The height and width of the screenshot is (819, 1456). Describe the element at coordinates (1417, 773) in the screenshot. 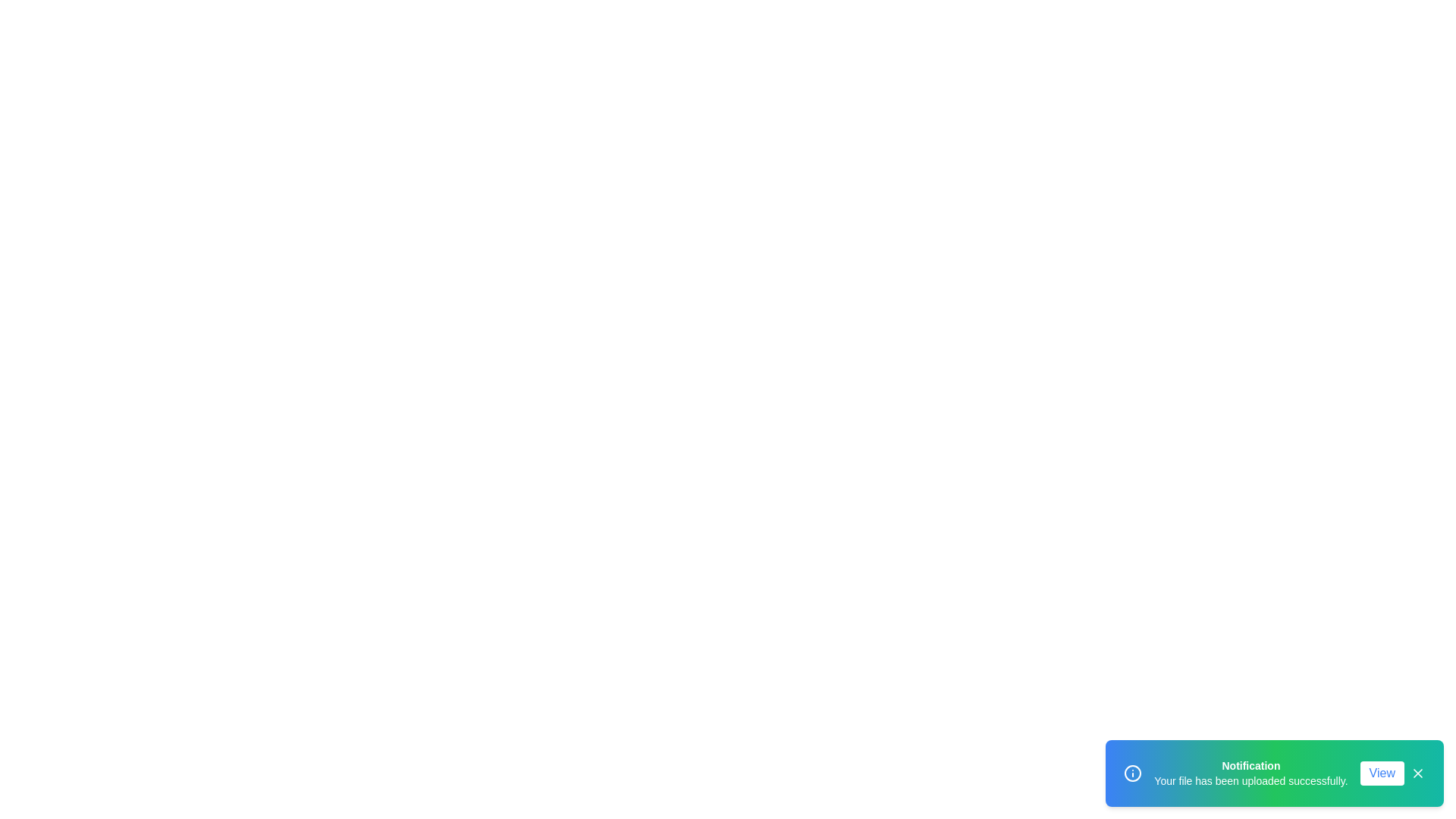

I see `the 'Close' button to dismiss the snackbar` at that location.